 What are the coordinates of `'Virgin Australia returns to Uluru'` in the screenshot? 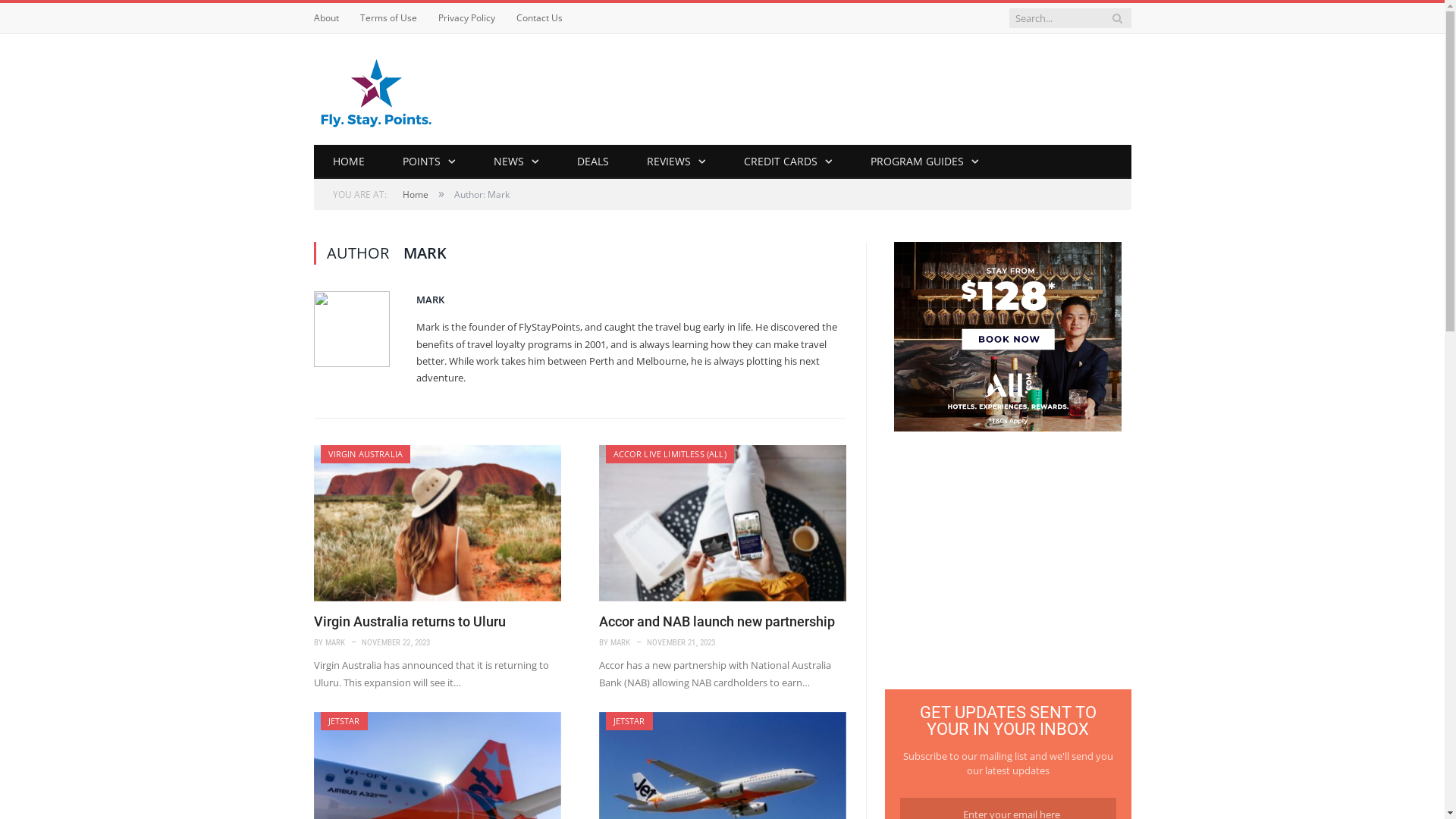 It's located at (436, 522).